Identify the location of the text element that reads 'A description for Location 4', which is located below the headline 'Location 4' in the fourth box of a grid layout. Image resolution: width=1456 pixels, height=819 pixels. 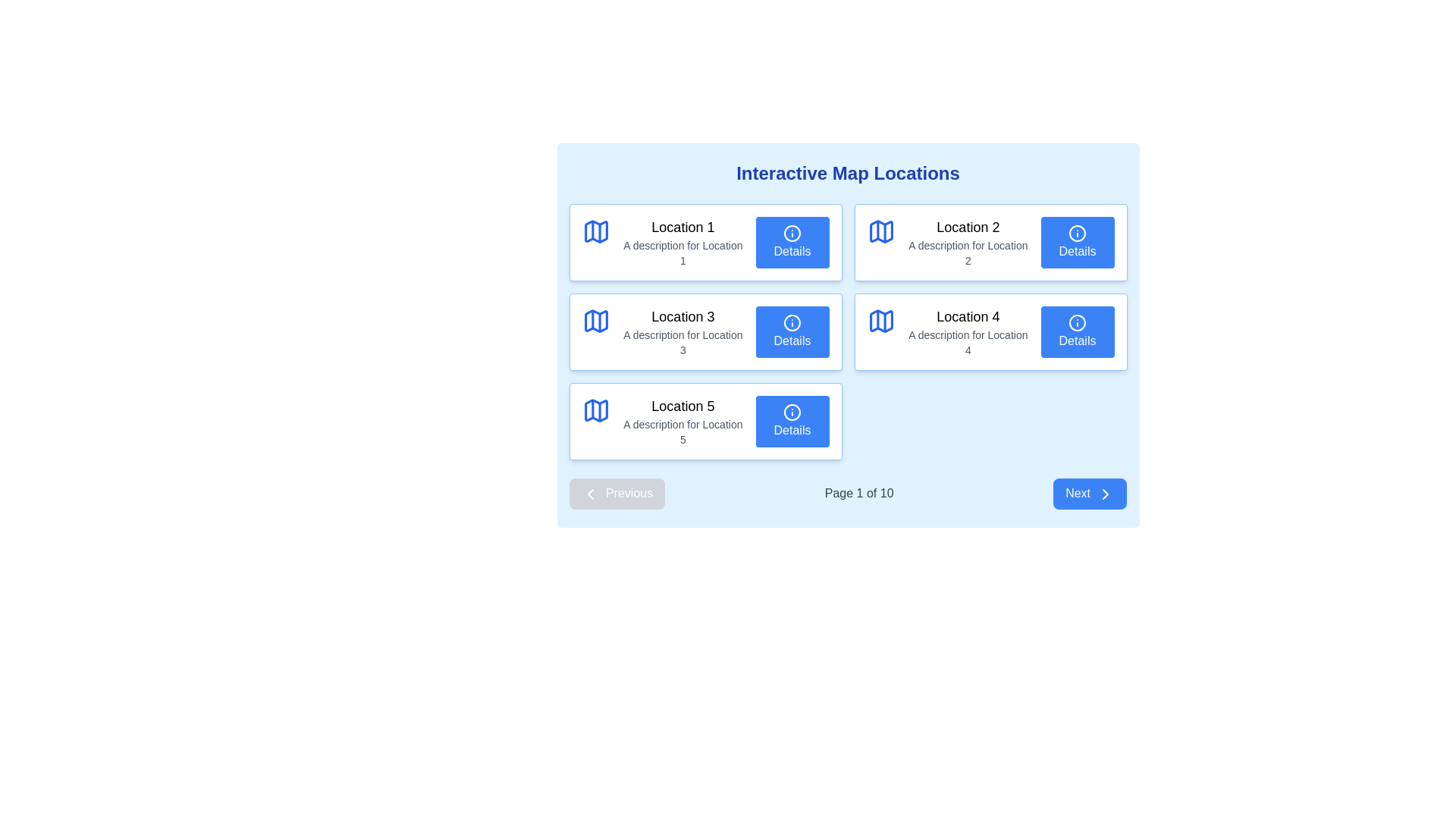
(967, 342).